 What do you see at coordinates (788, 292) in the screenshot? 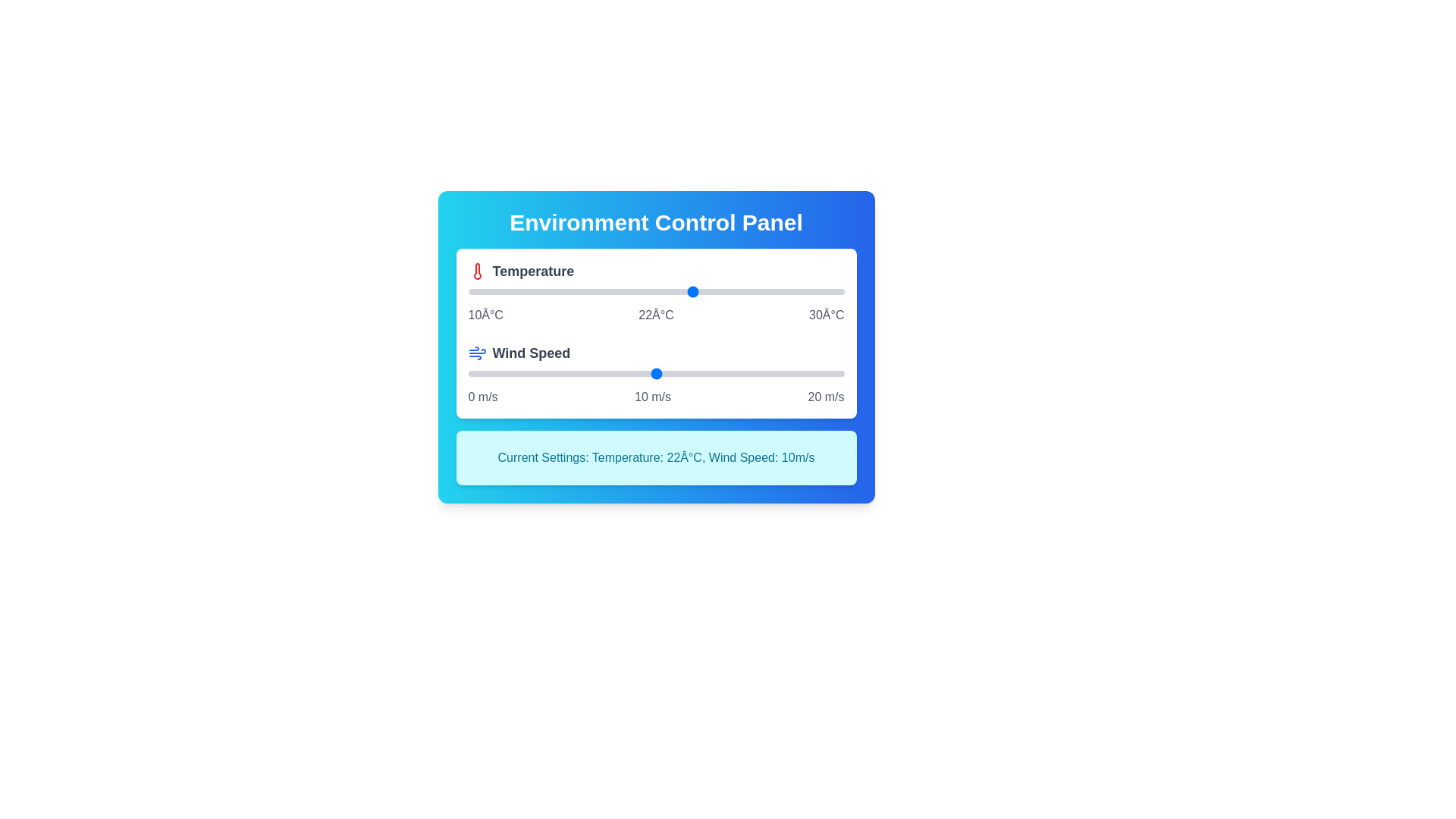
I see `the temperature slider to 27°C` at bounding box center [788, 292].